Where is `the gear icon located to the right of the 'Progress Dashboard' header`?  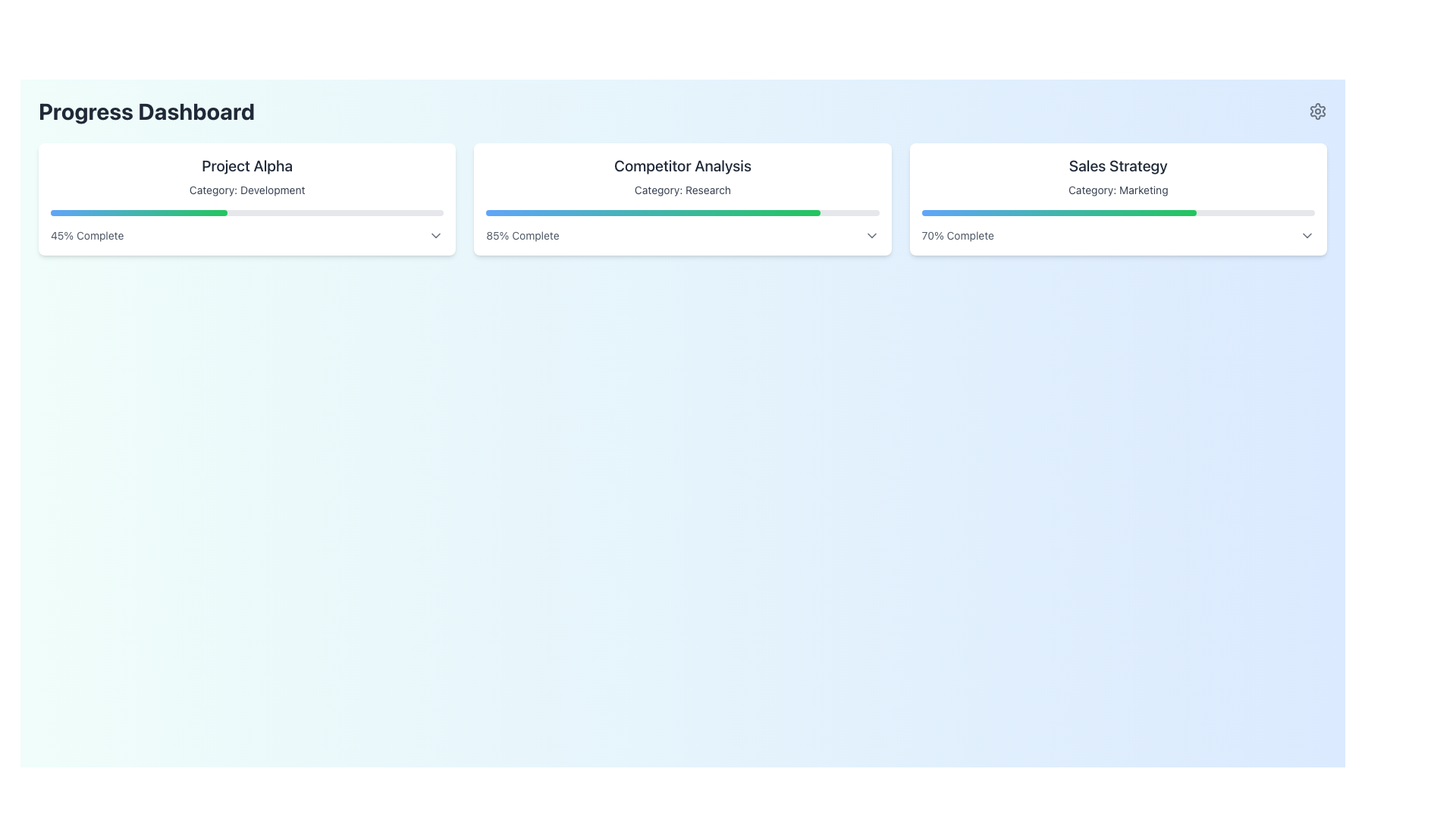 the gear icon located to the right of the 'Progress Dashboard' header is located at coordinates (1316, 110).